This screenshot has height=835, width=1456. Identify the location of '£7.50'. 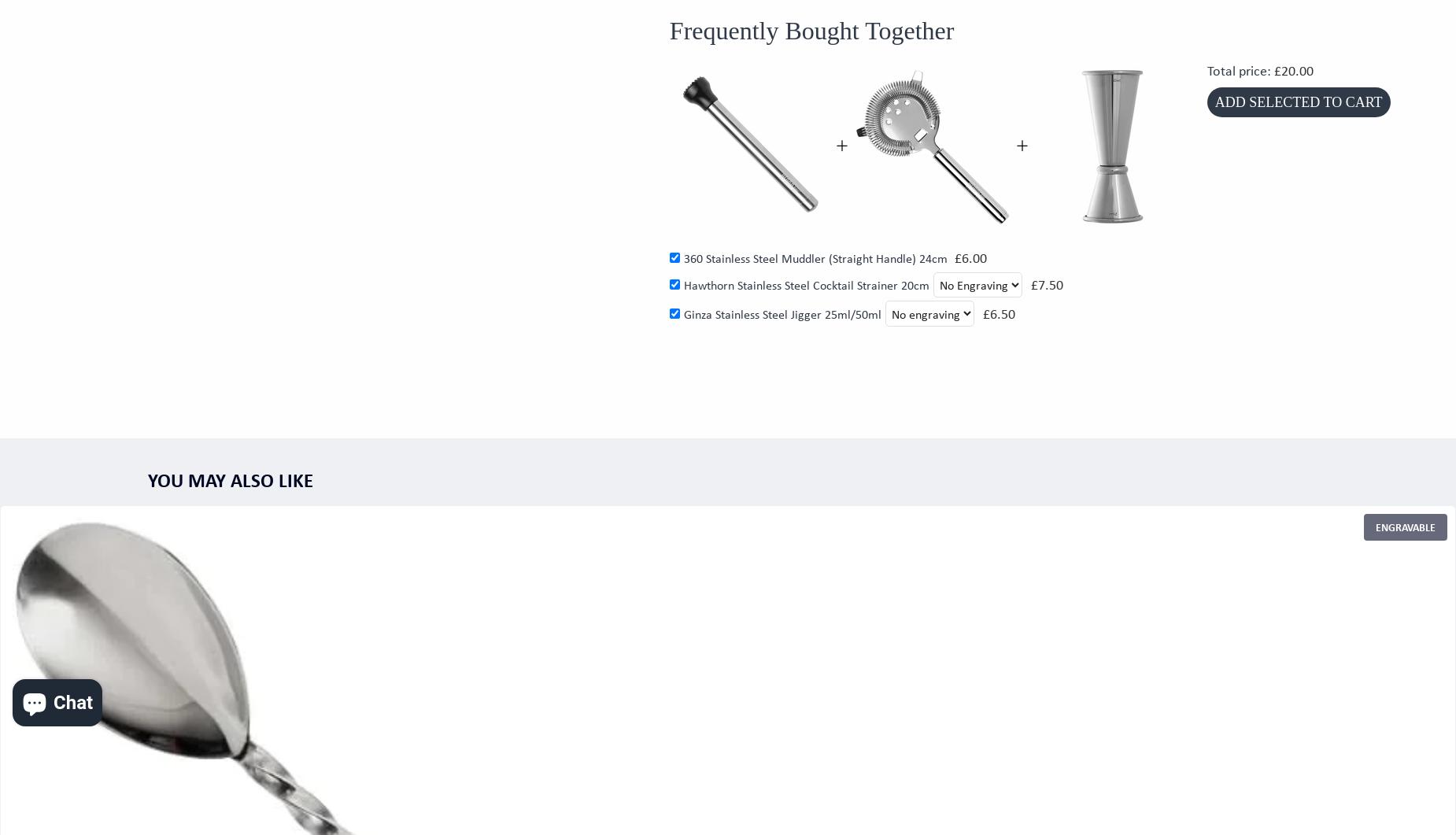
(1045, 283).